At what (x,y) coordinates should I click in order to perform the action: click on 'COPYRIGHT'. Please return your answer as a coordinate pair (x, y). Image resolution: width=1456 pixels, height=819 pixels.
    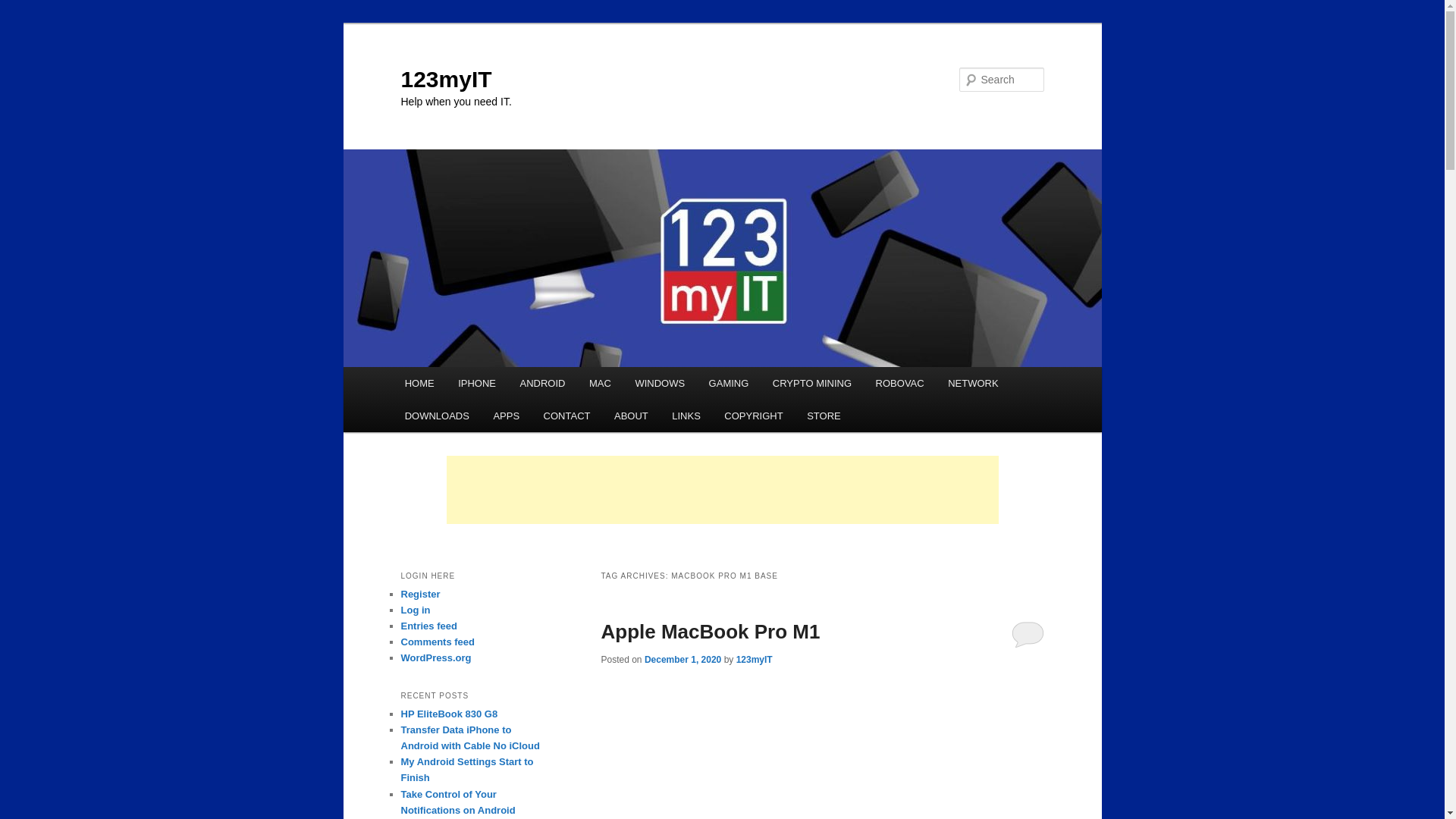
    Looking at the image, I should click on (712, 416).